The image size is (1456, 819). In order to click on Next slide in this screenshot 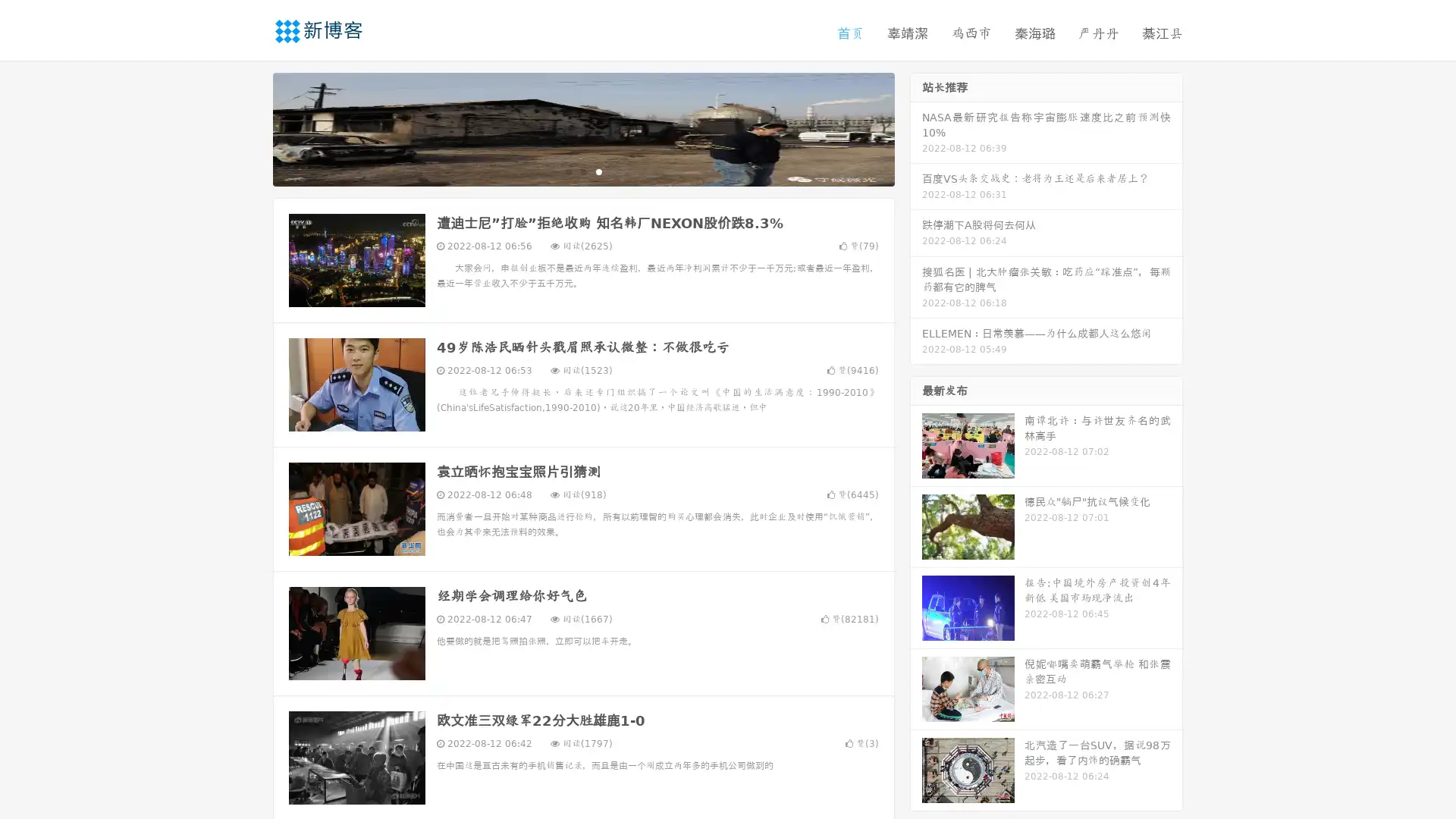, I will do `click(916, 127)`.